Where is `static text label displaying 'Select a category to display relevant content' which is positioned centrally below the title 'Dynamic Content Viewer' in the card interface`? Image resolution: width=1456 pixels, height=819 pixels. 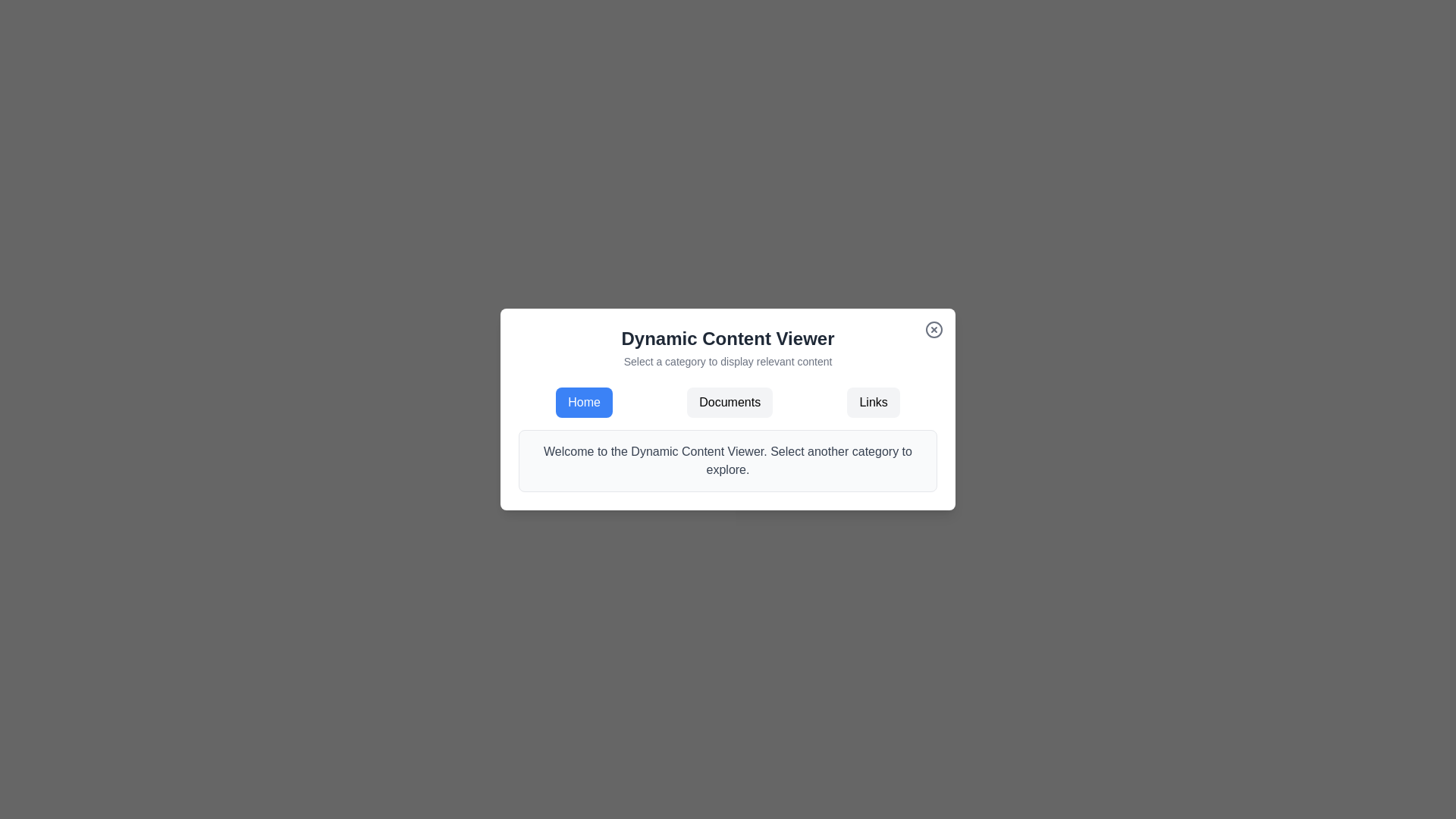 static text label displaying 'Select a category to display relevant content' which is positioned centrally below the title 'Dynamic Content Viewer' in the card interface is located at coordinates (728, 362).